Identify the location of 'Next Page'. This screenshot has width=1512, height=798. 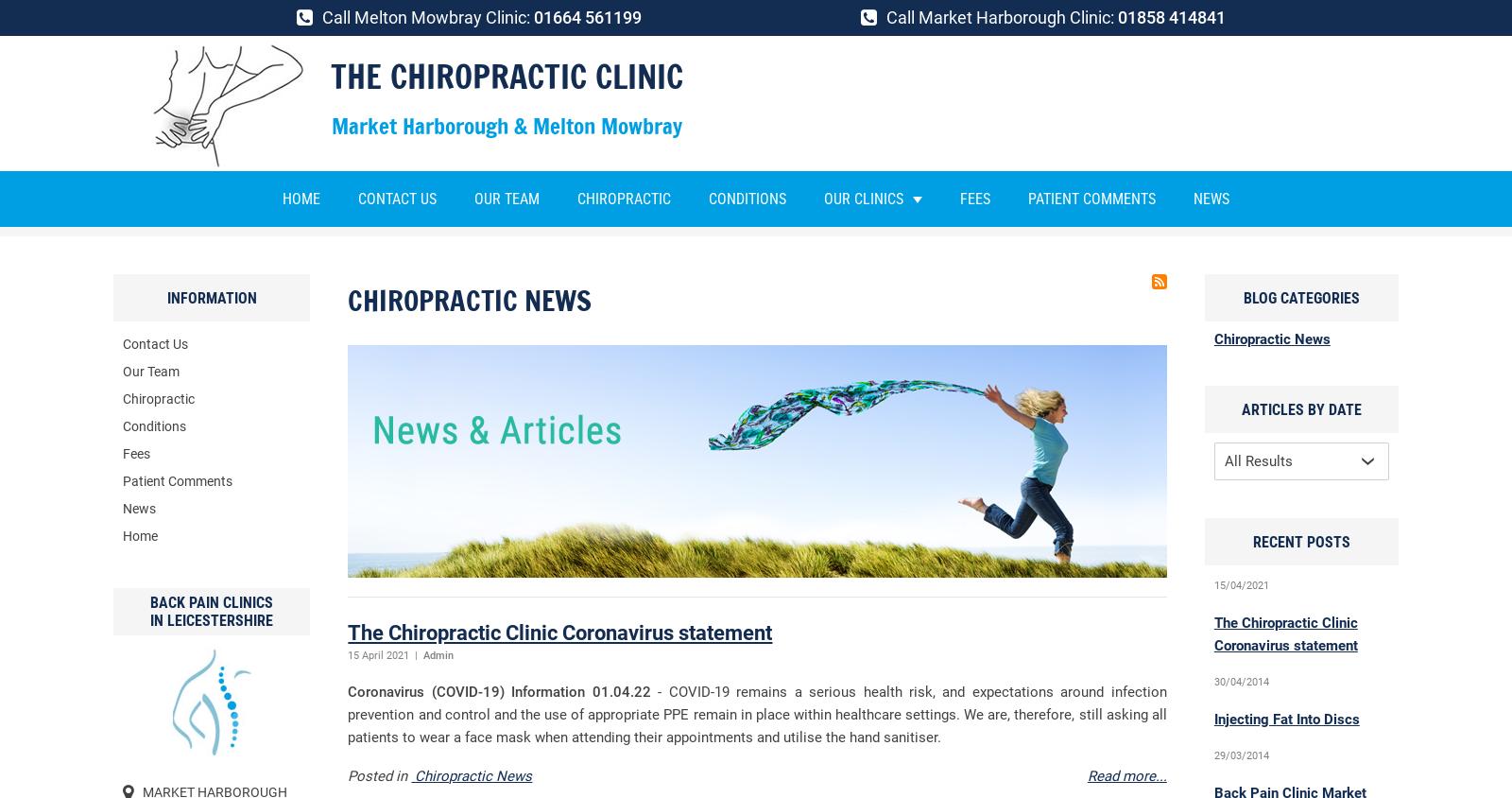
(1466, 217).